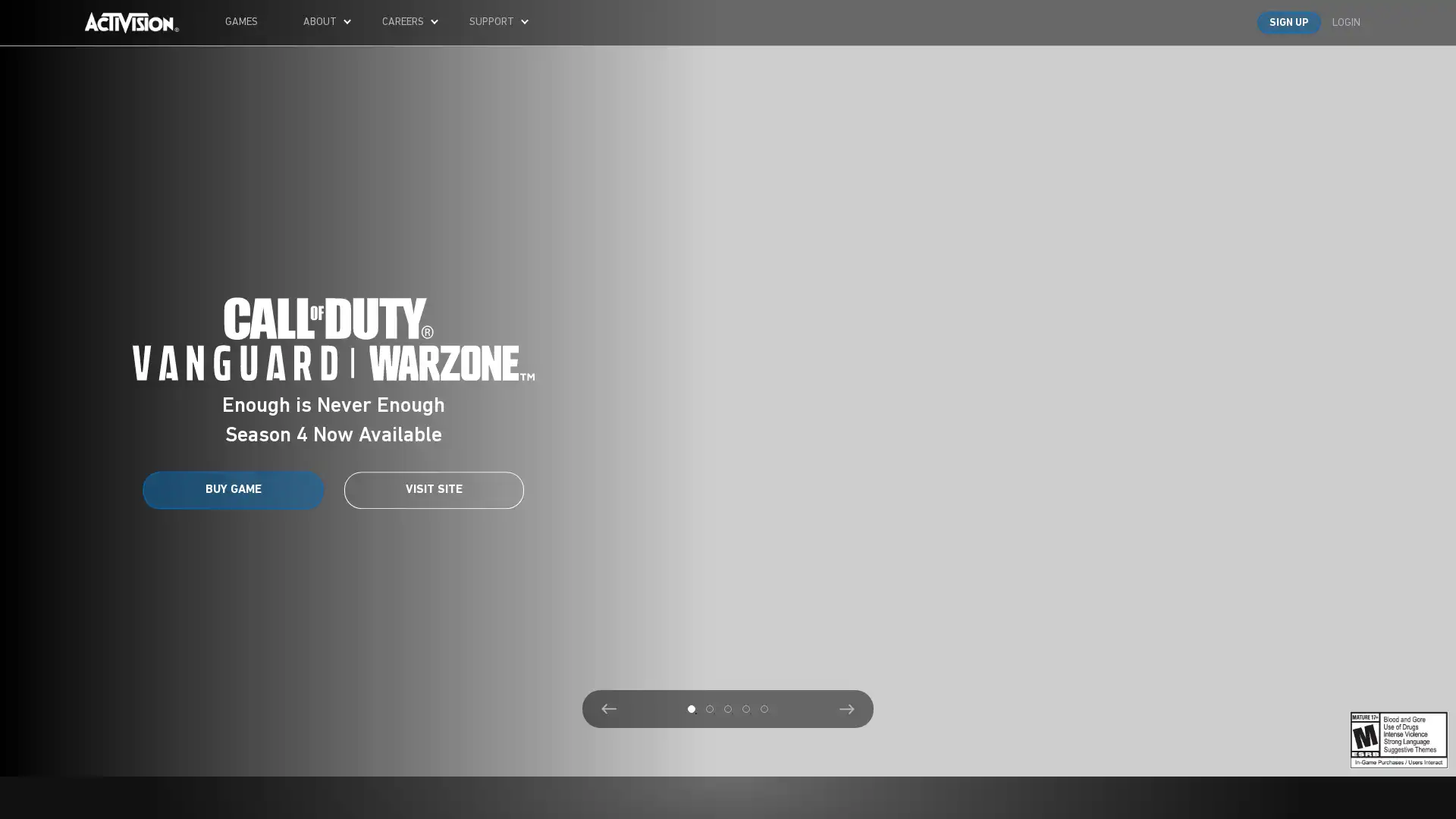  What do you see at coordinates (609, 708) in the screenshot?
I see `Previous` at bounding box center [609, 708].